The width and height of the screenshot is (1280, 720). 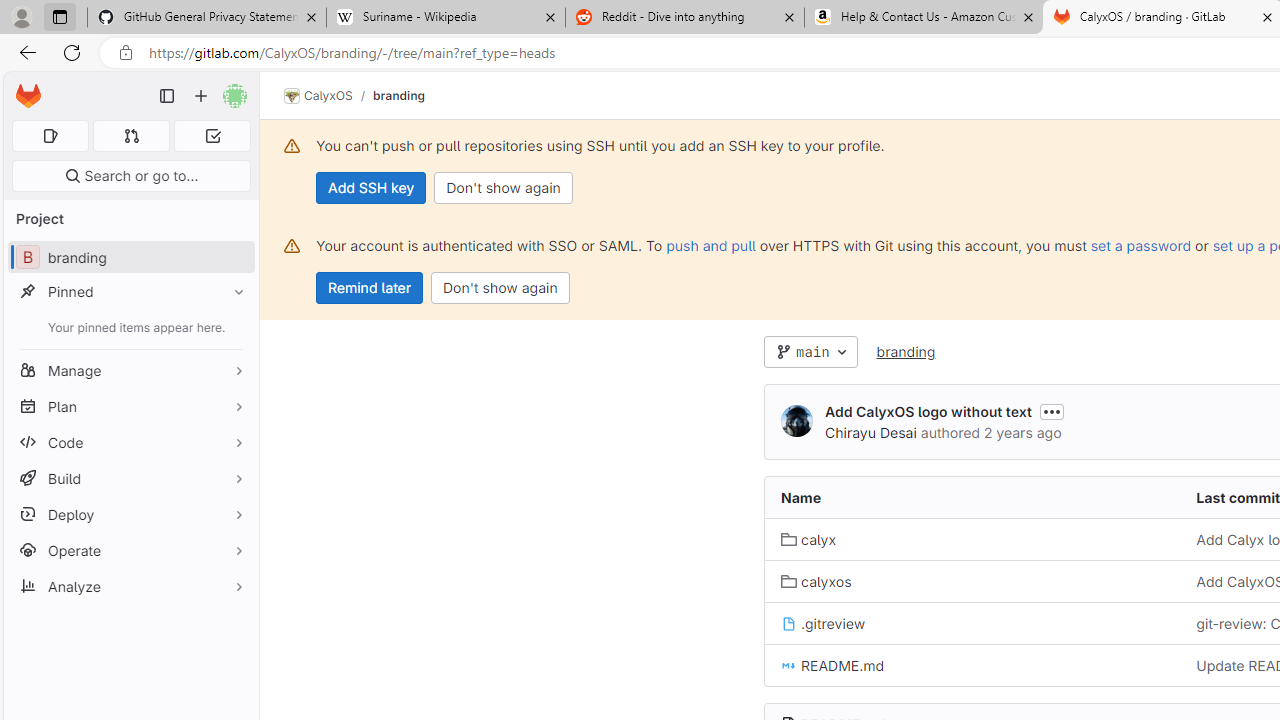 What do you see at coordinates (444, 17) in the screenshot?
I see `'Suriname - Wikipedia'` at bounding box center [444, 17].